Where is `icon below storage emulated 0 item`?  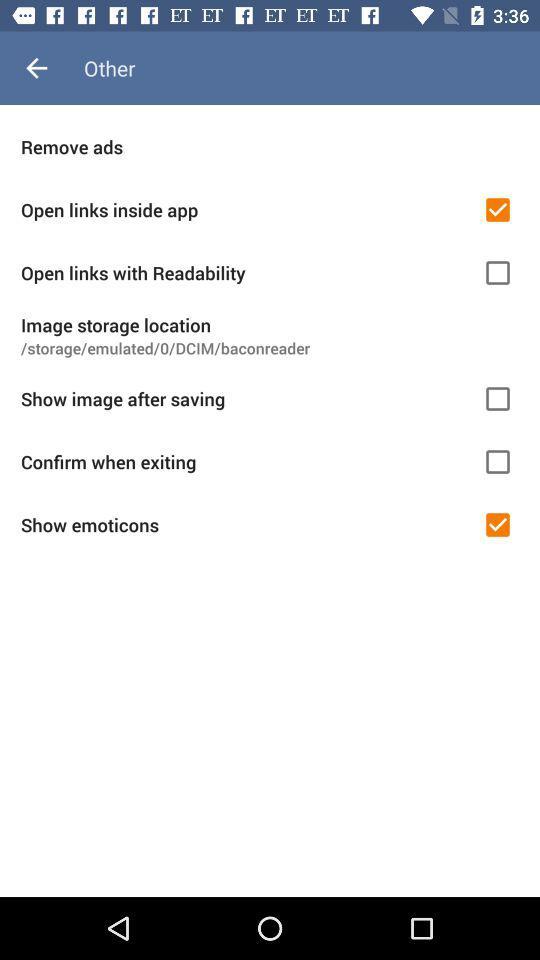
icon below storage emulated 0 item is located at coordinates (245, 397).